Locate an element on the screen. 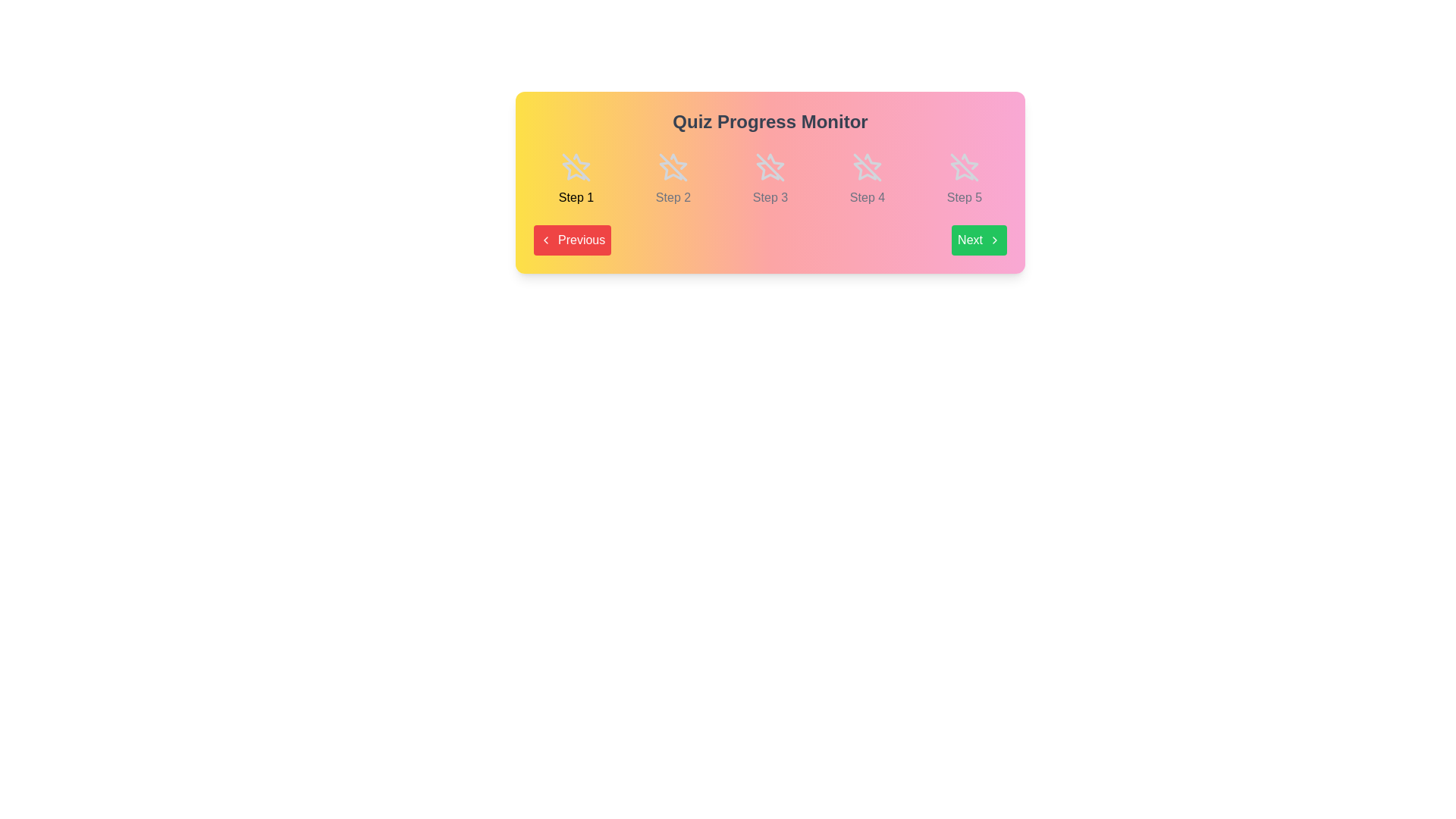 This screenshot has width=1456, height=819. the progress monitor for the quiz to identify the current step in the process by checking the embedded text and buttons is located at coordinates (770, 181).